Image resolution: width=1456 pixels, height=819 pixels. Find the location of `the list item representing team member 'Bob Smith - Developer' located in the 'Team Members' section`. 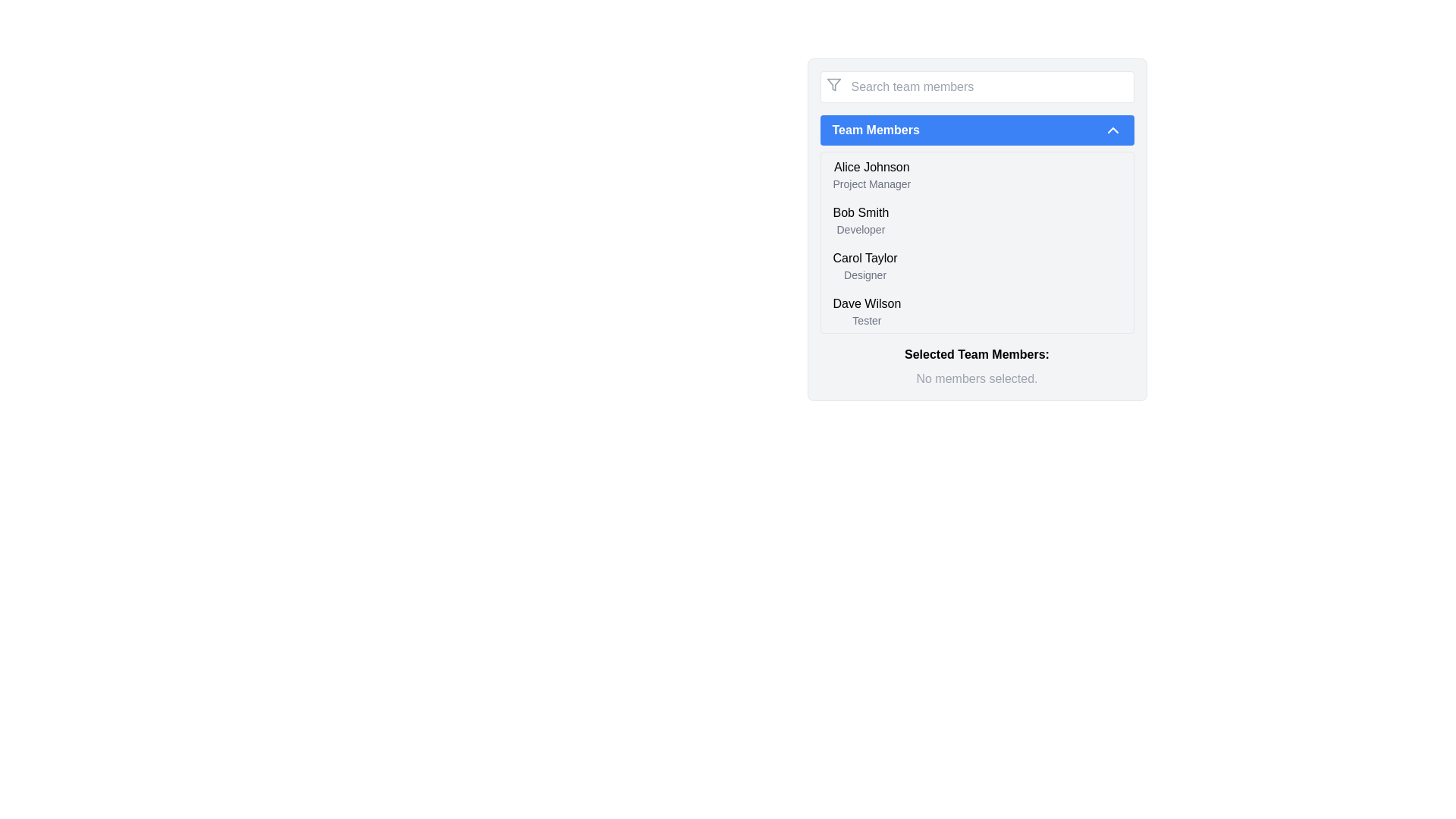

the list item representing team member 'Bob Smith - Developer' located in the 'Team Members' section is located at coordinates (977, 220).